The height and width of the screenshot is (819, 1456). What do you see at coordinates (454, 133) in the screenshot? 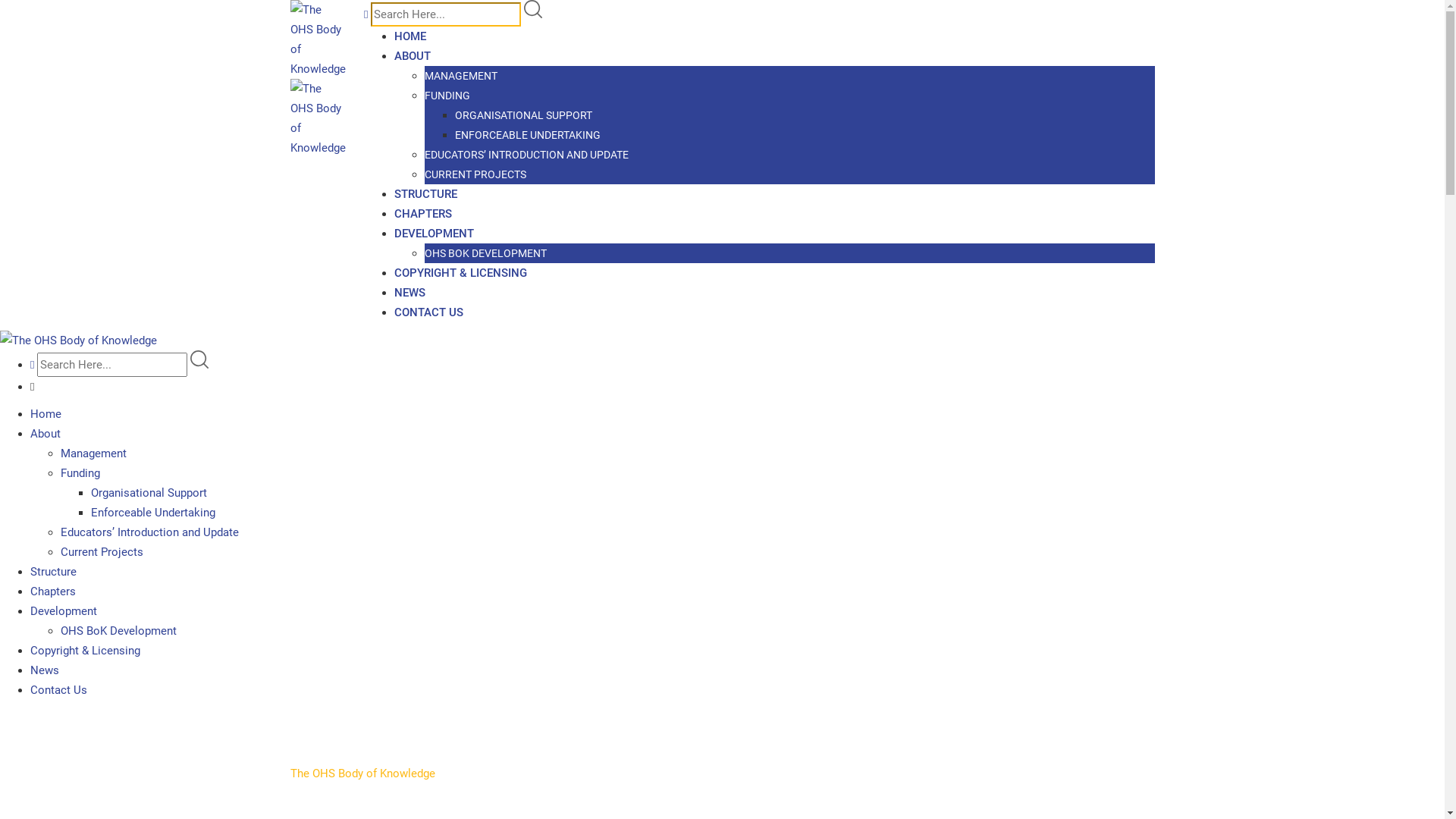
I see `'ENFORCEABLE UNDERTAKING'` at bounding box center [454, 133].